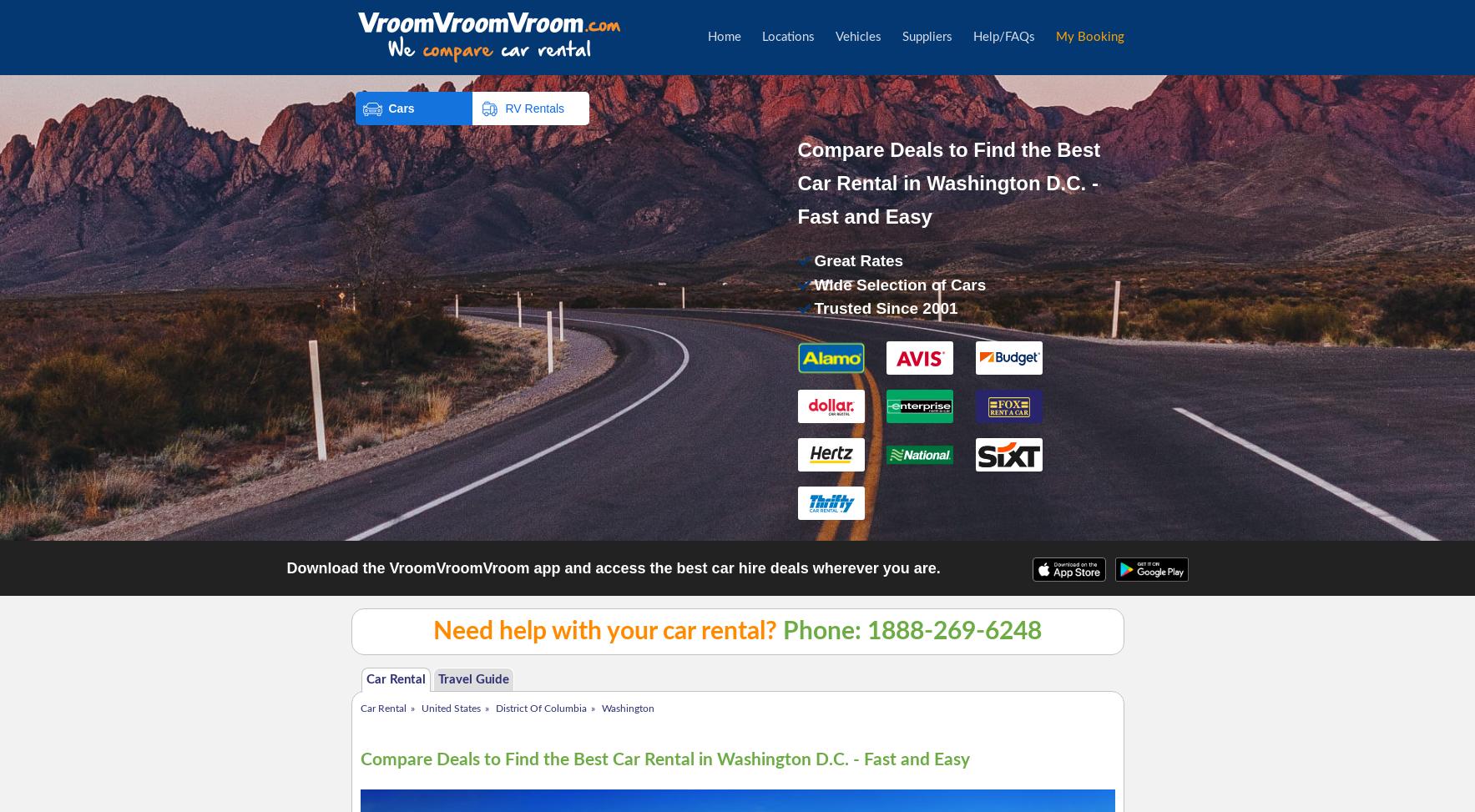  Describe the element at coordinates (900, 284) in the screenshot. I see `'Wide Selection of Cars'` at that location.